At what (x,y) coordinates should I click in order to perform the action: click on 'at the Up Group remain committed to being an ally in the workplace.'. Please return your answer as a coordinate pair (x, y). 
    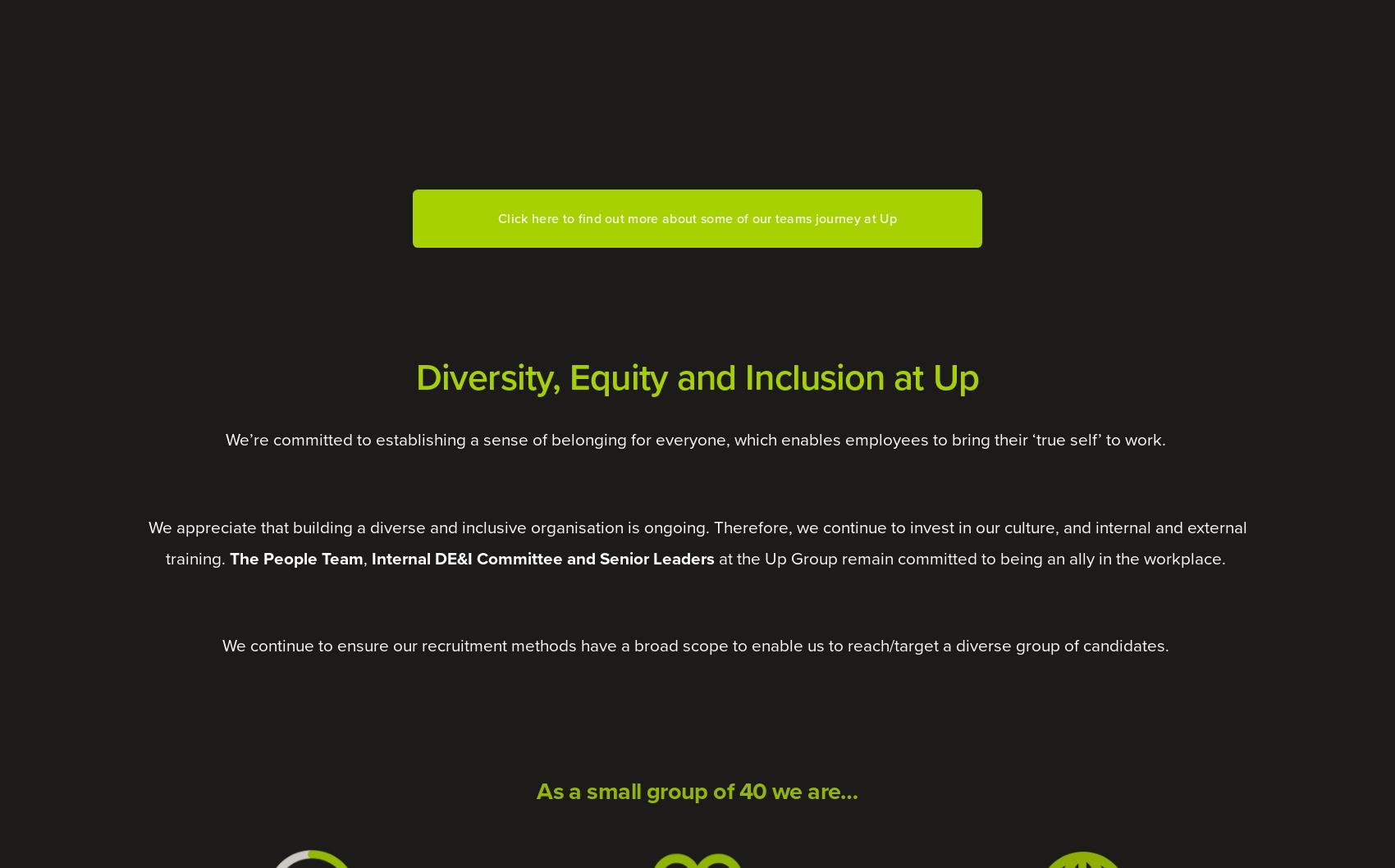
    Looking at the image, I should click on (714, 556).